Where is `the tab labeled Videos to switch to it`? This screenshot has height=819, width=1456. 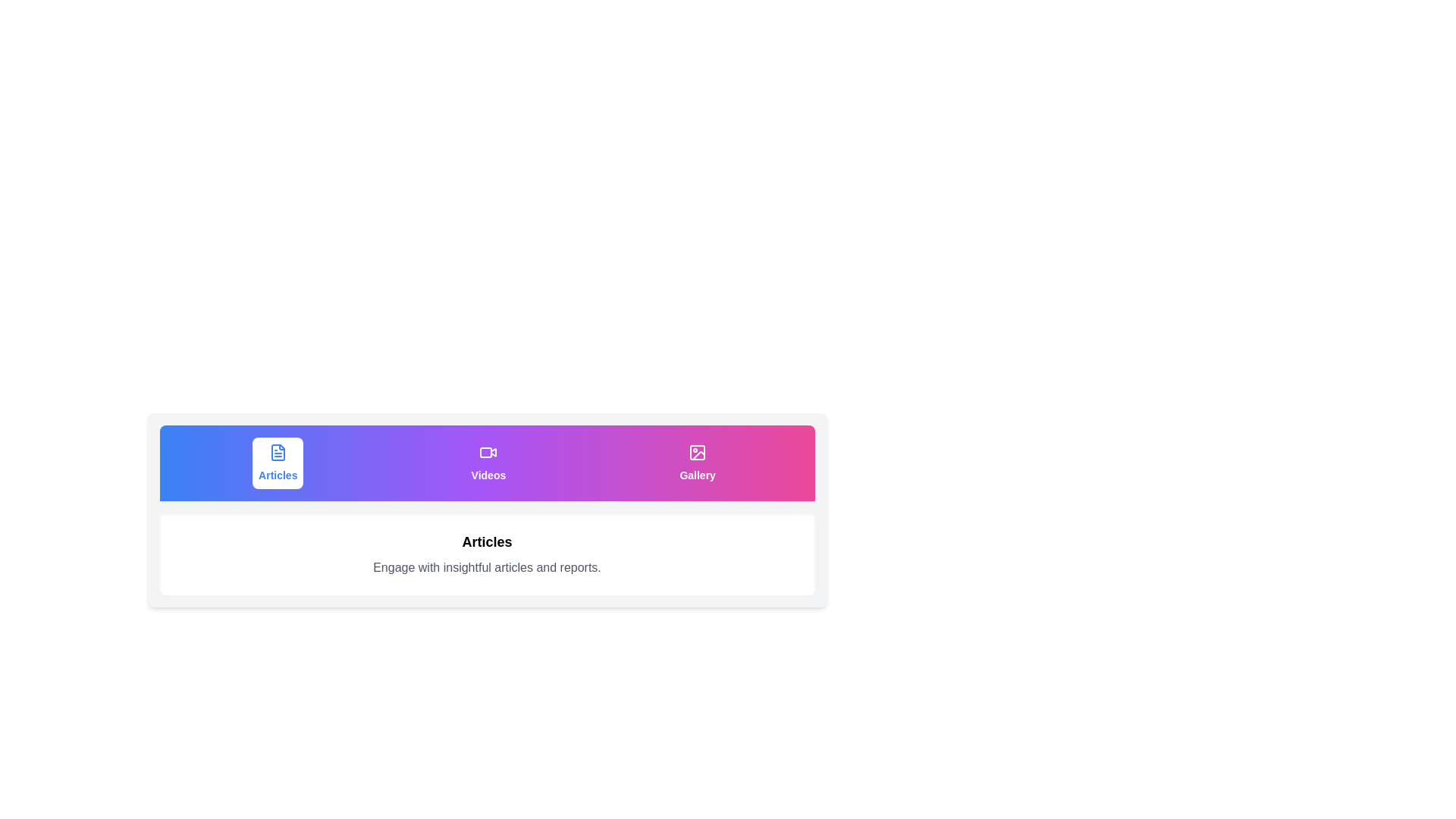 the tab labeled Videos to switch to it is located at coordinates (488, 462).